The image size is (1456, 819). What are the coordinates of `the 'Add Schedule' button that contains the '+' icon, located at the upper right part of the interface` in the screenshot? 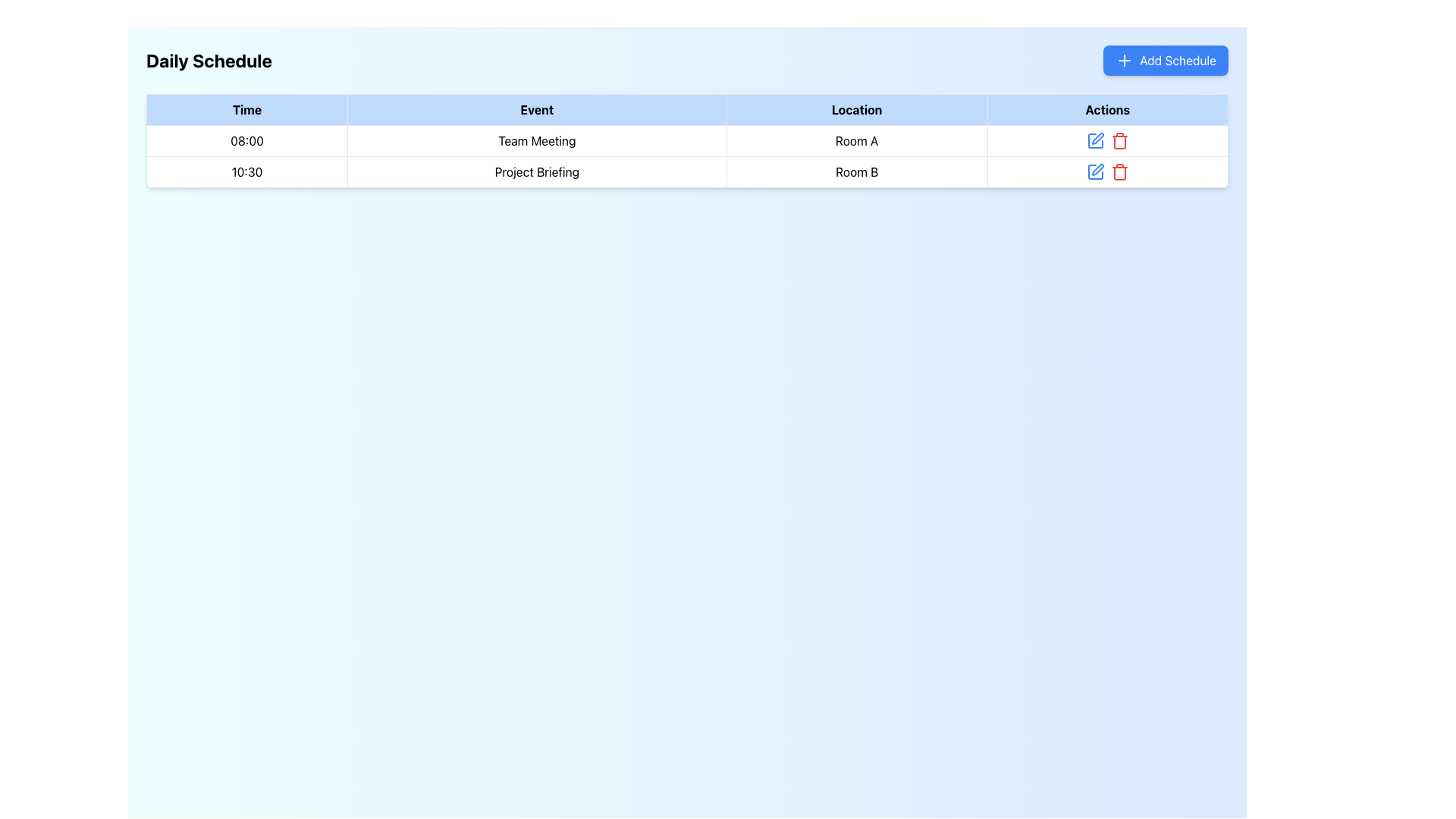 It's located at (1125, 60).